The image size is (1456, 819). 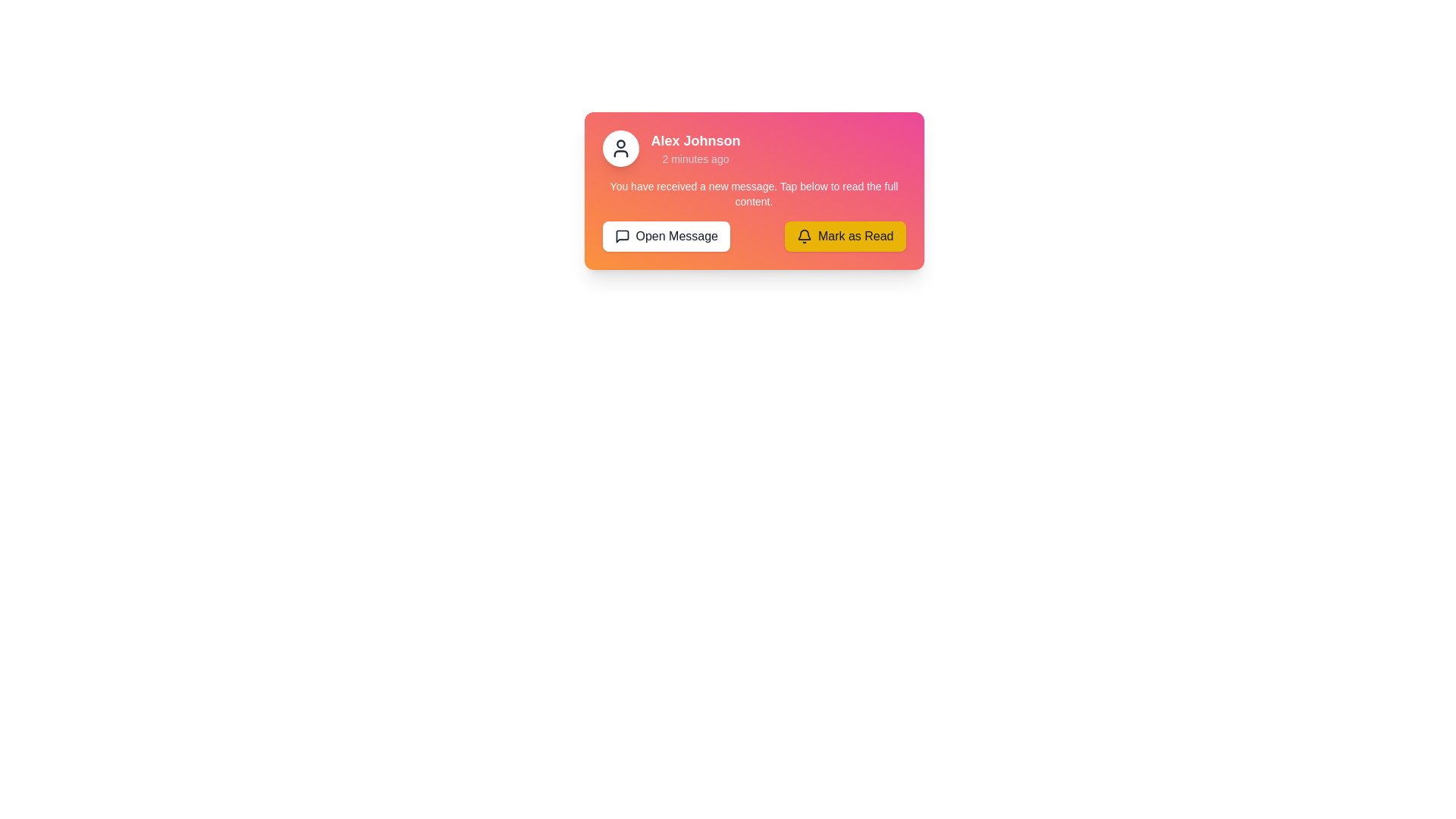 I want to click on the square-shaped speech bubble icon representing a message or comment, located to the left of the text inside the 'Open Message' button, so click(x=622, y=237).